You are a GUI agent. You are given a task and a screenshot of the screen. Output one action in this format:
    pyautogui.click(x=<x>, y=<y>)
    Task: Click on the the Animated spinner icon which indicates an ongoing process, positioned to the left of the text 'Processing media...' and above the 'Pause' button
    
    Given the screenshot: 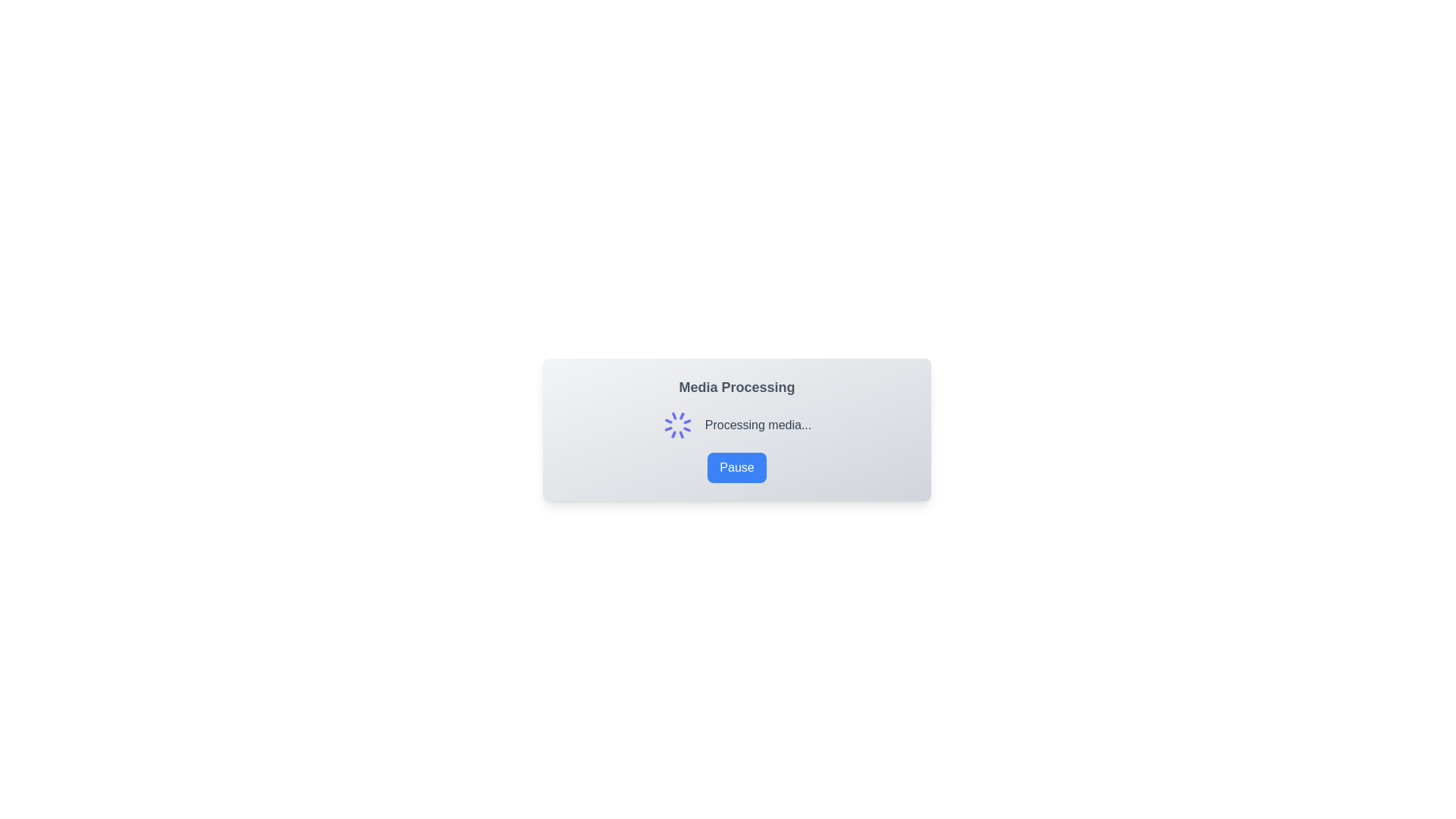 What is the action you would take?
    pyautogui.click(x=676, y=425)
    